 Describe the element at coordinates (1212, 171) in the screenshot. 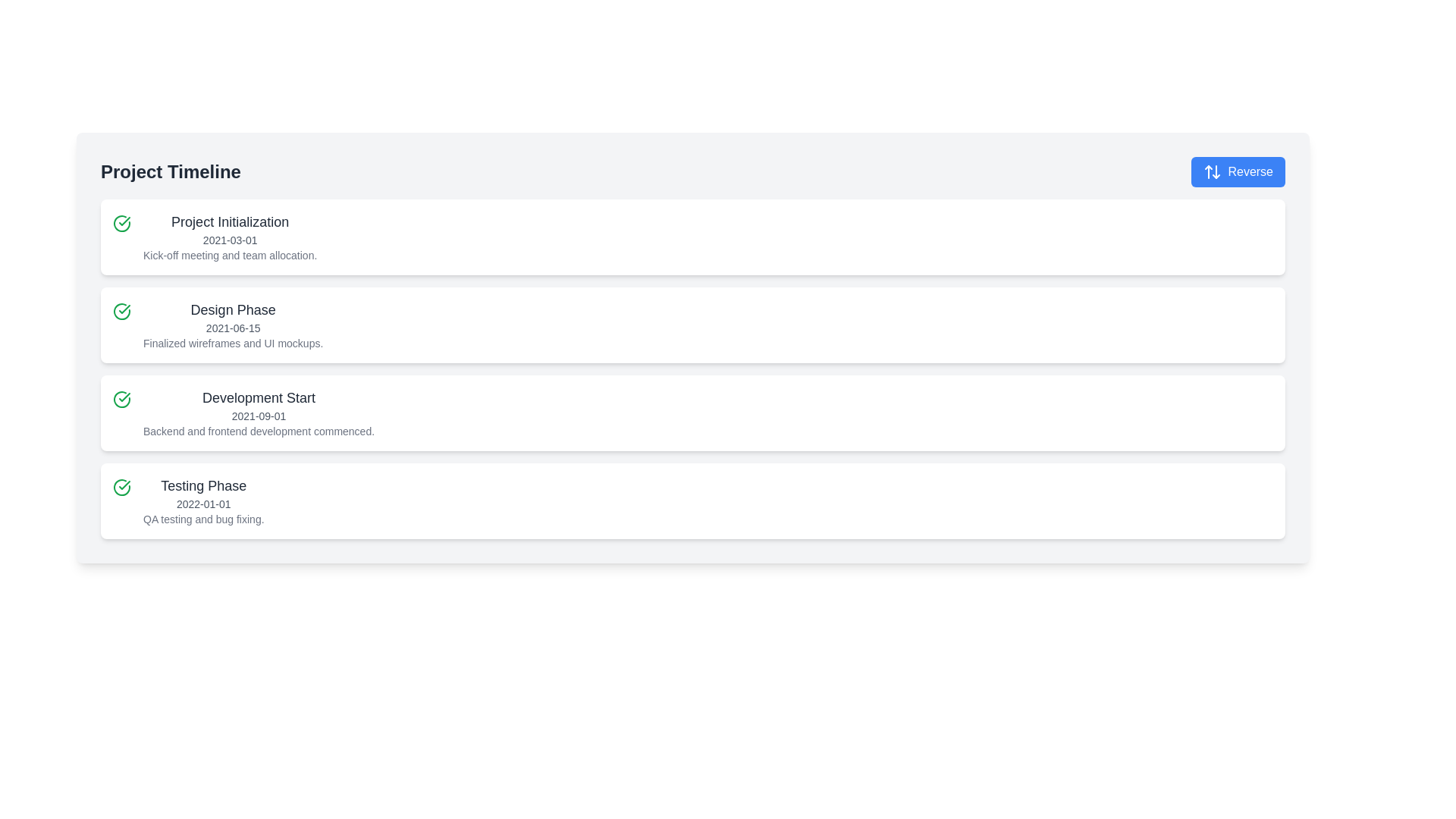

I see `the white icon styled as two opposing arrows (up and down) located within the blue 'Reverse' button, positioned to the left of the button's text` at that location.